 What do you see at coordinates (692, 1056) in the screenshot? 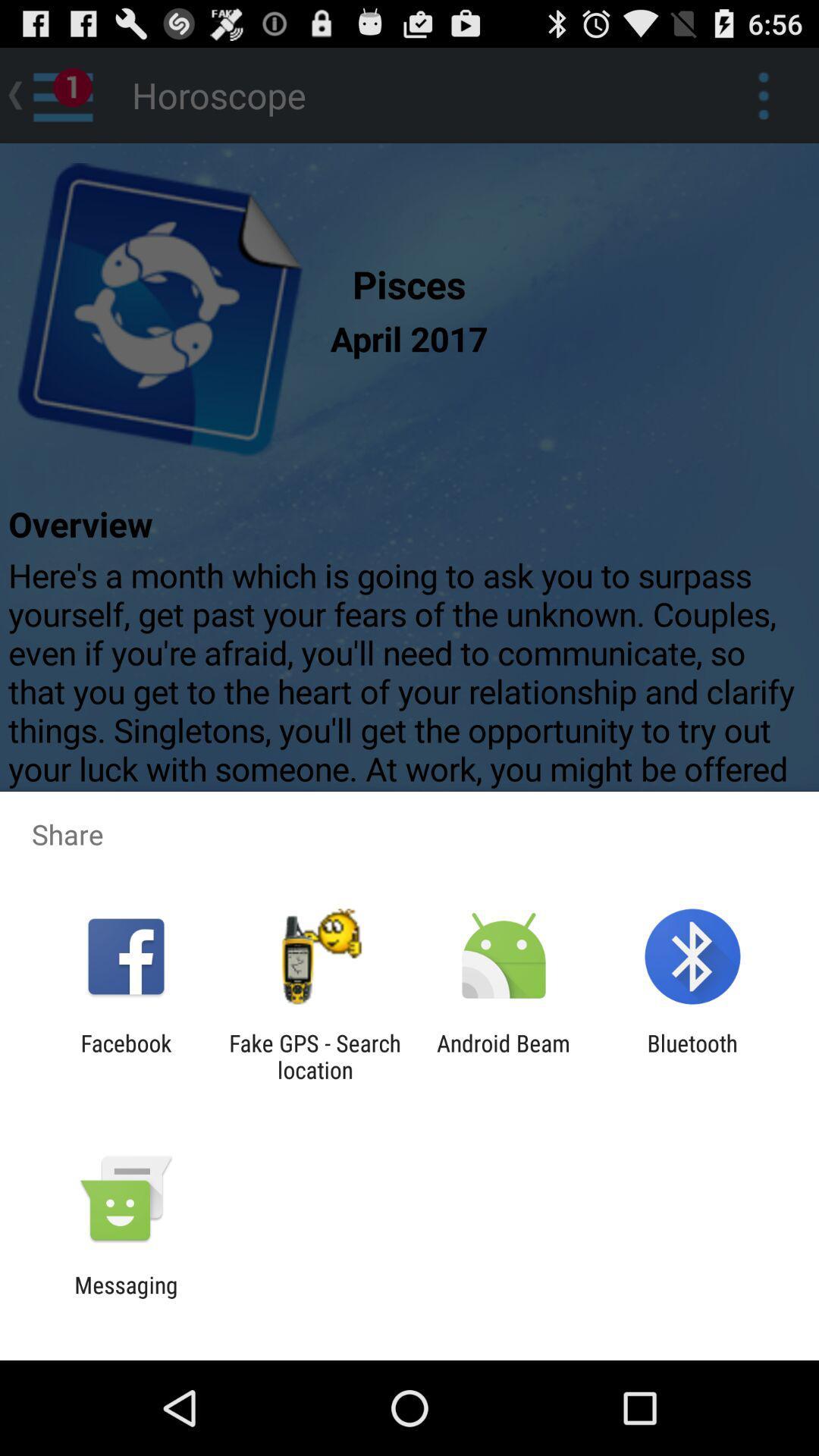
I see `bluetooth` at bounding box center [692, 1056].